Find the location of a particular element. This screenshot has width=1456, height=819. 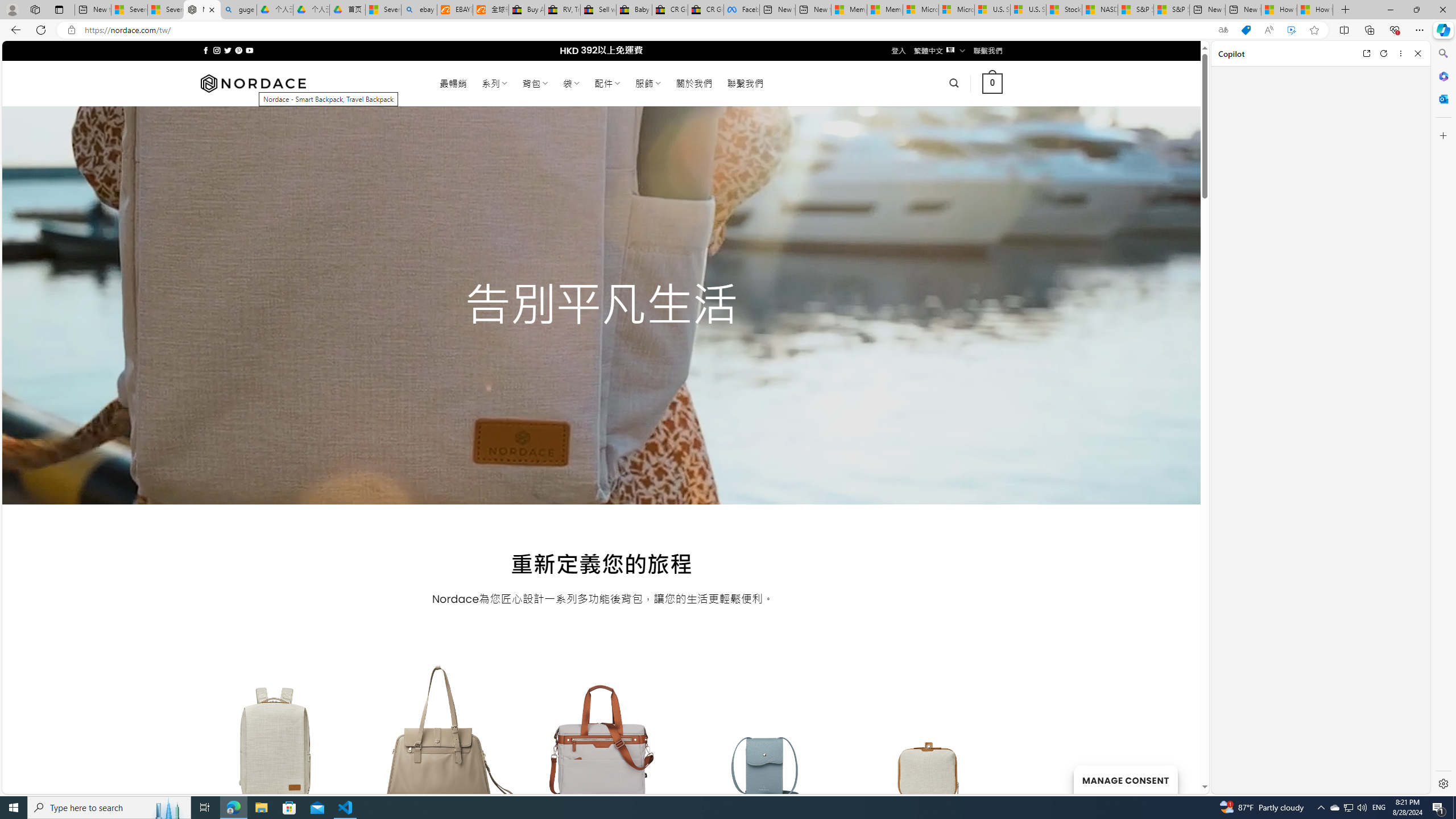

'Follow on Facebook' is located at coordinates (206, 50).